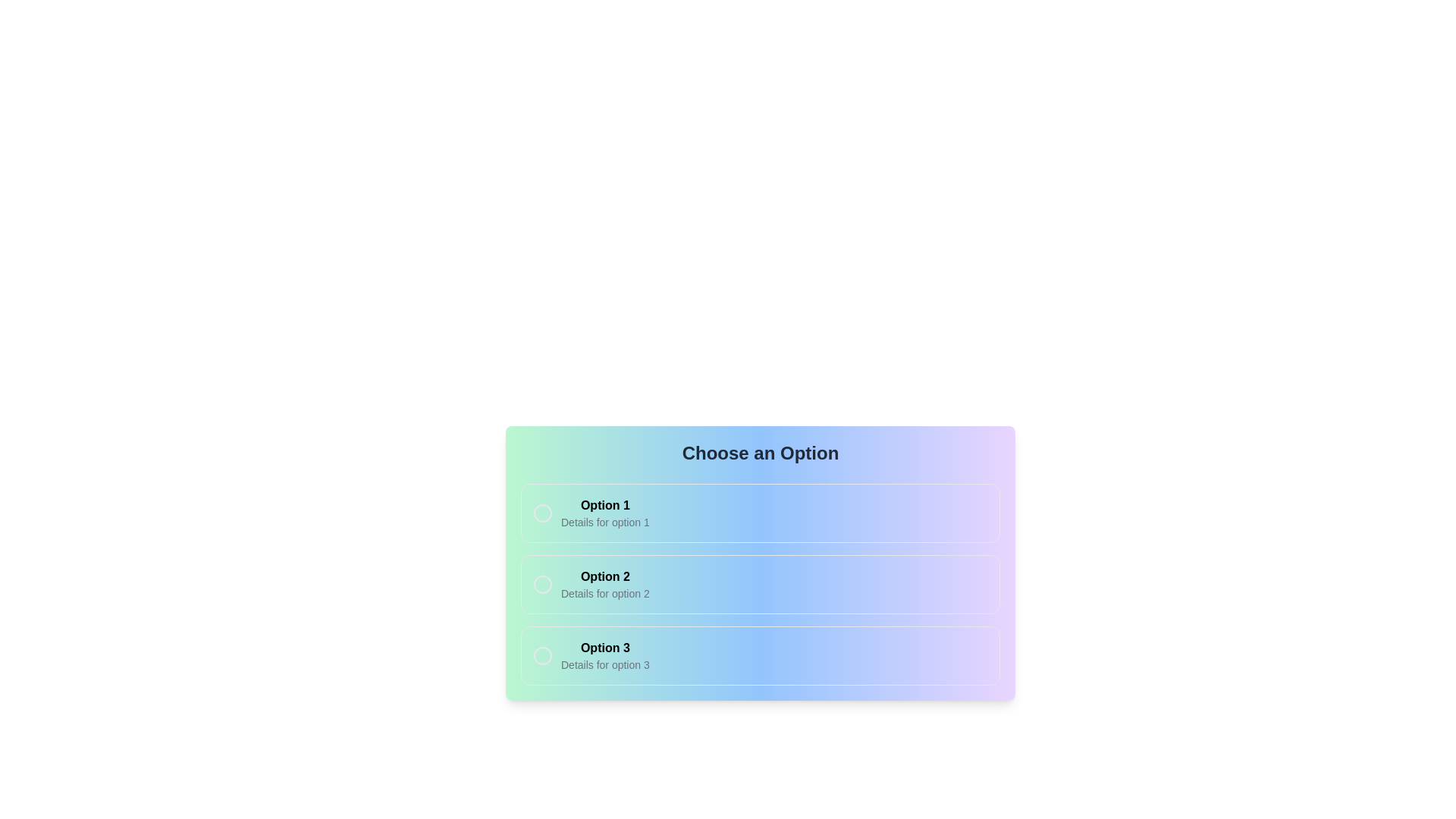 This screenshot has height=819, width=1456. I want to click on the circular radio button located in the 'Option 3' group, so click(542, 654).